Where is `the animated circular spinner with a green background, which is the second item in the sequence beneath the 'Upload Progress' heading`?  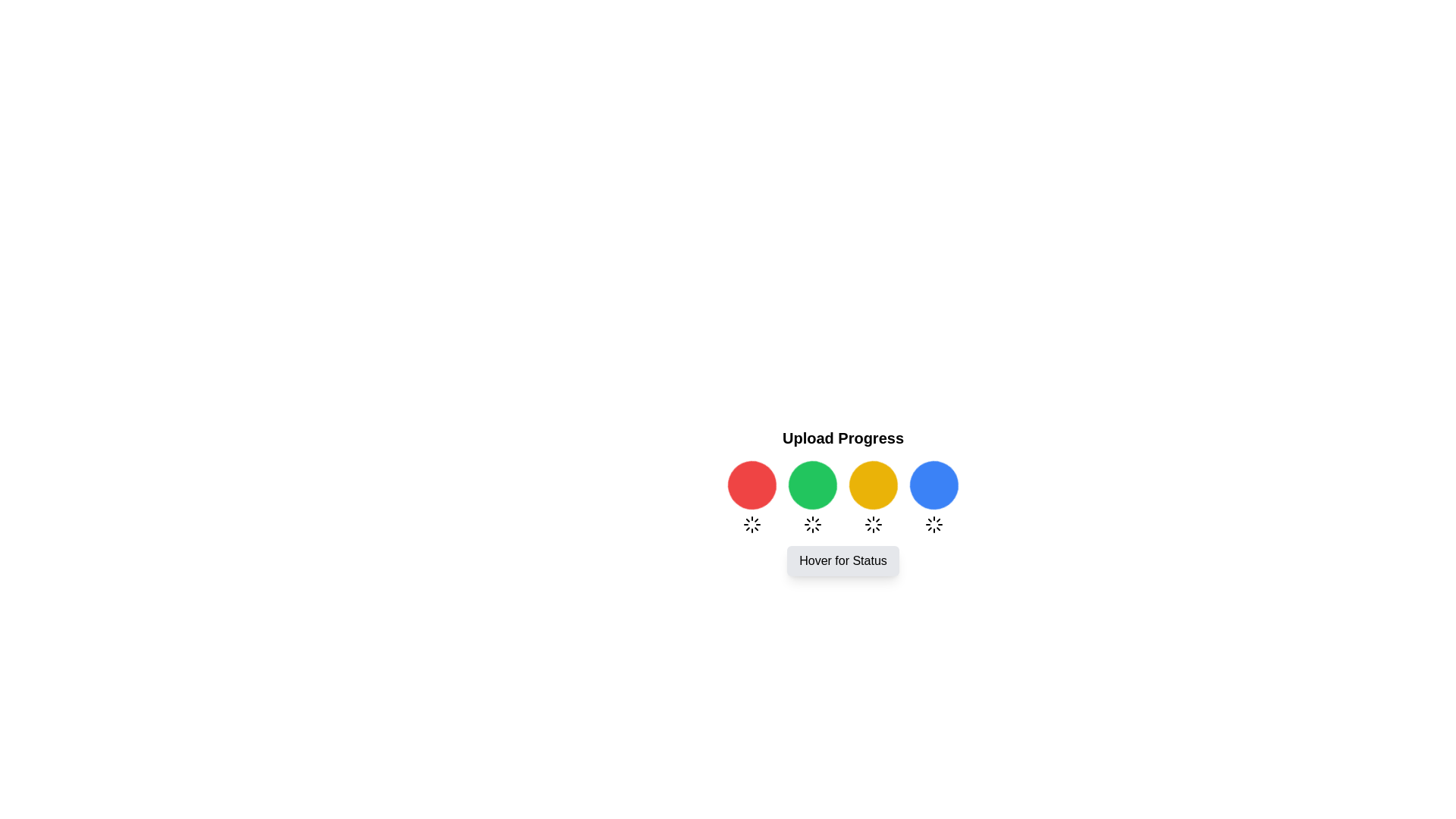
the animated circular spinner with a green background, which is the second item in the sequence beneath the 'Upload Progress' heading is located at coordinates (811, 485).